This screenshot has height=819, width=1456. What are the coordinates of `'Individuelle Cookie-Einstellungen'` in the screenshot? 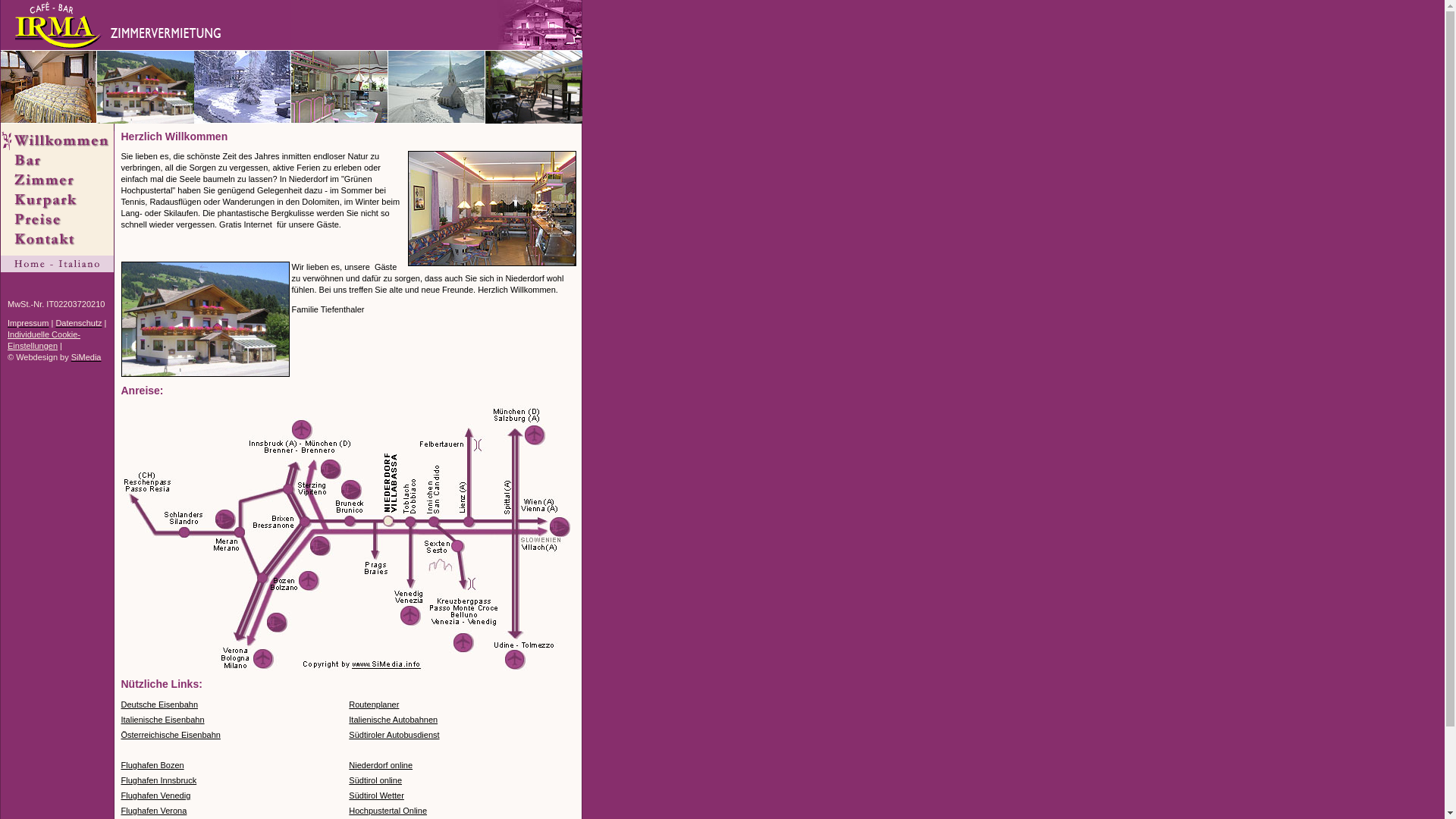 It's located at (43, 339).